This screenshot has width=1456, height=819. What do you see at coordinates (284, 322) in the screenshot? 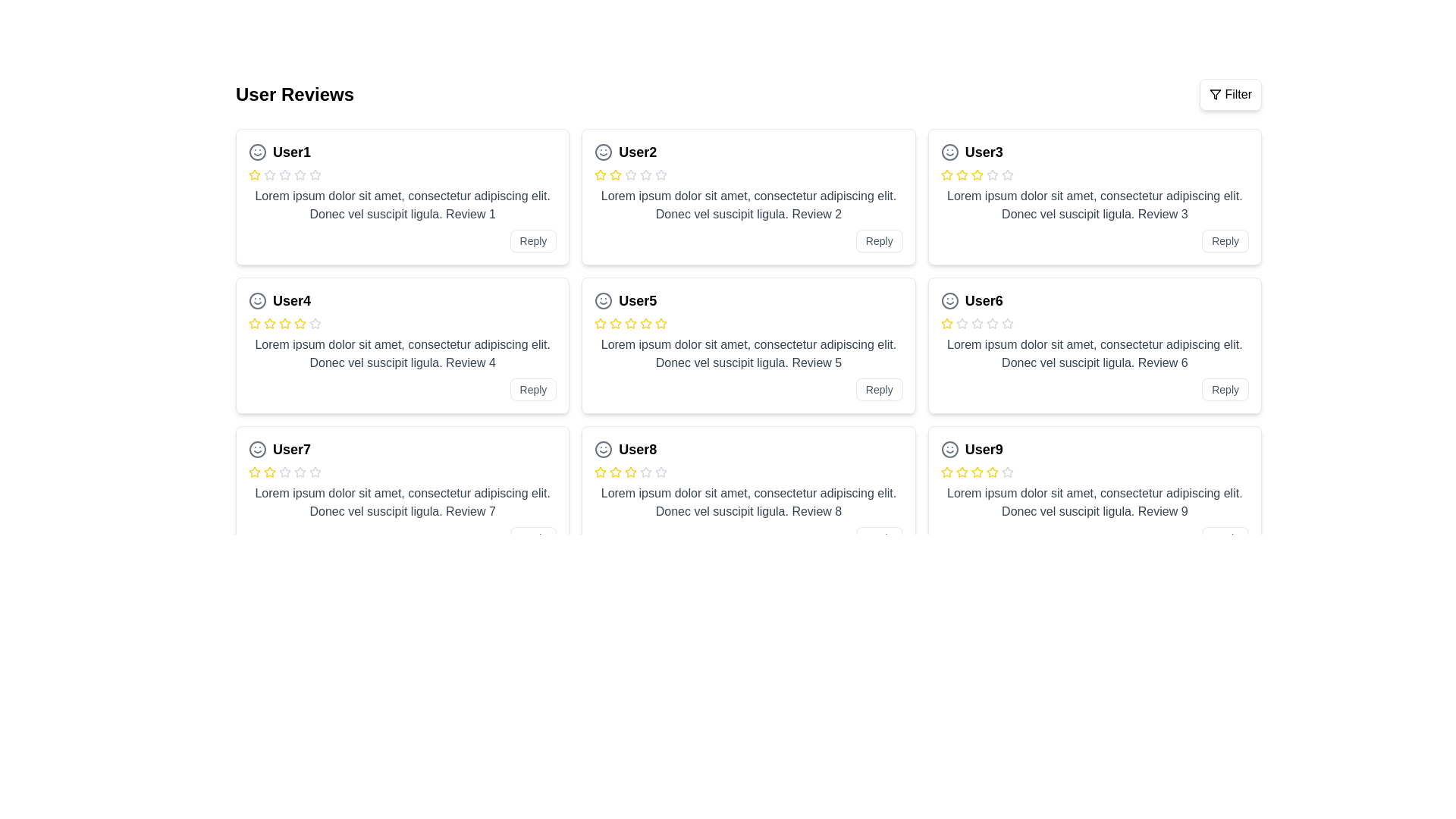
I see `the third yellow star icon in the 5-star rating system for 'User4'` at bounding box center [284, 322].